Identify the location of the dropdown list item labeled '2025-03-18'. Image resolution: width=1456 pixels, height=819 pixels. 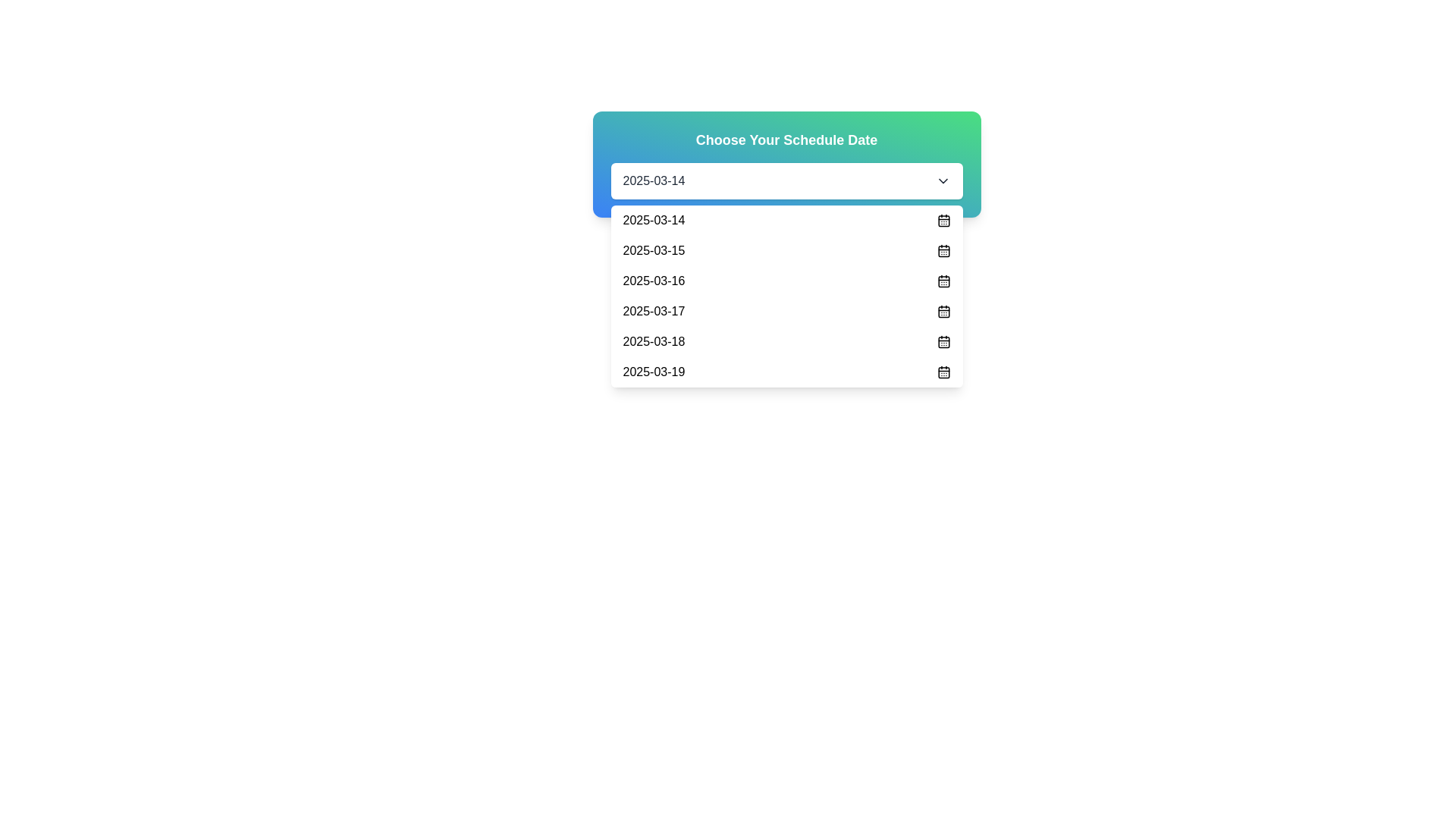
(786, 342).